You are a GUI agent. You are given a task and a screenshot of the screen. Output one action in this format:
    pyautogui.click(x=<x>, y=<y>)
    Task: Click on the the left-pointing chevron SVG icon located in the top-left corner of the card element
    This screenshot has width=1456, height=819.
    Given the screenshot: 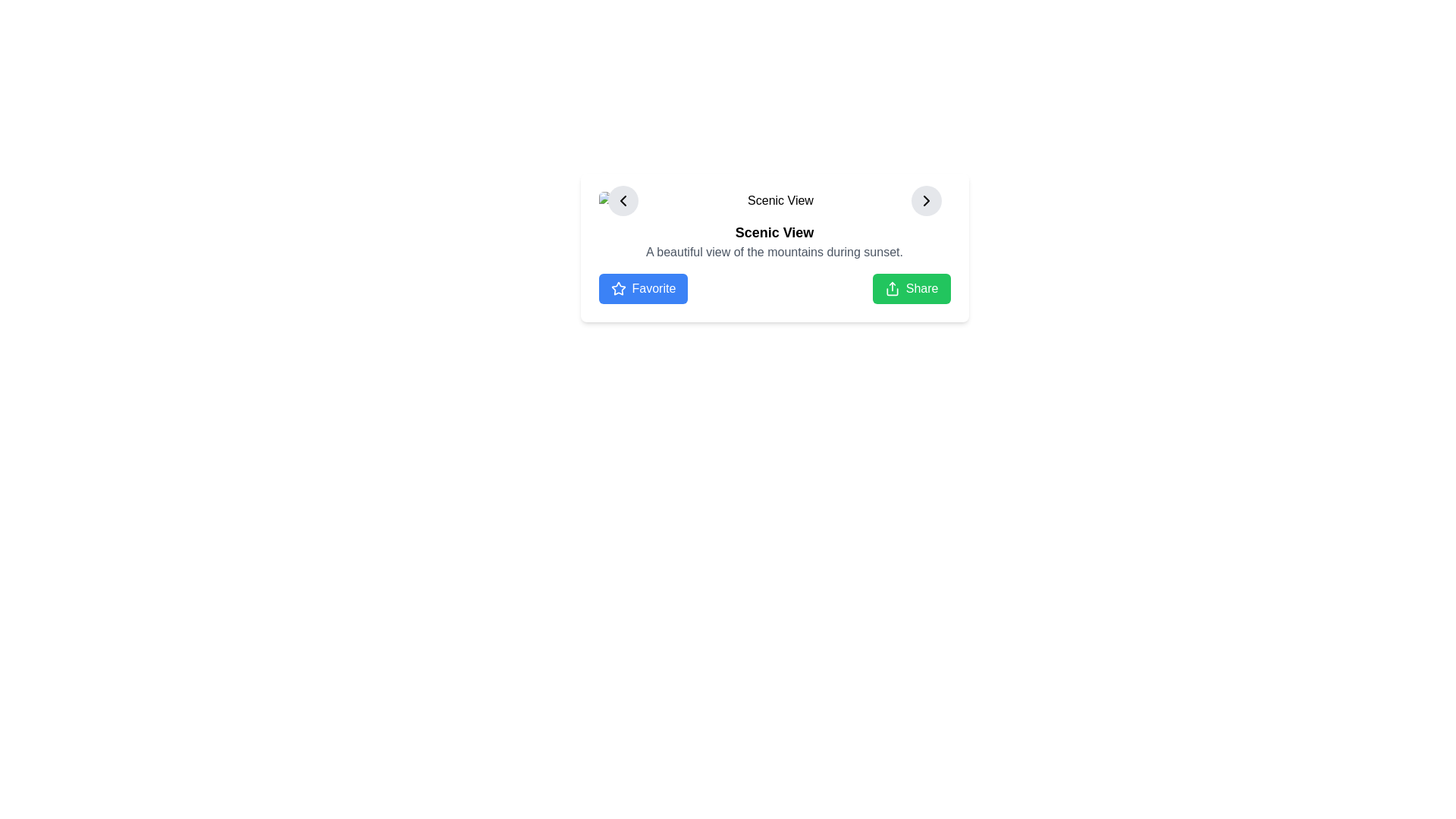 What is the action you would take?
    pyautogui.click(x=623, y=200)
    